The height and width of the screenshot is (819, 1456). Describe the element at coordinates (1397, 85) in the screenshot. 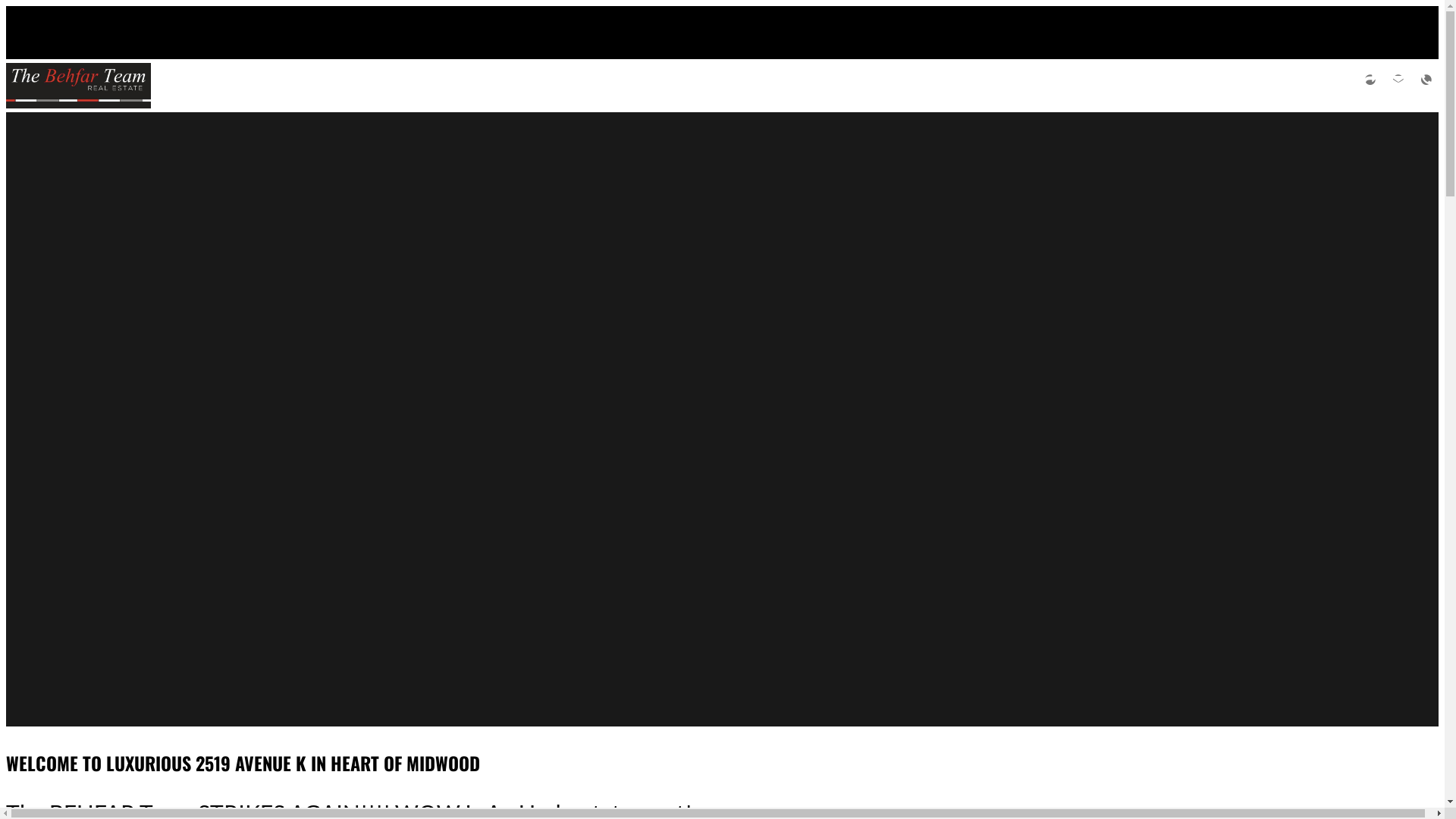

I see `'CONTACT'` at that location.